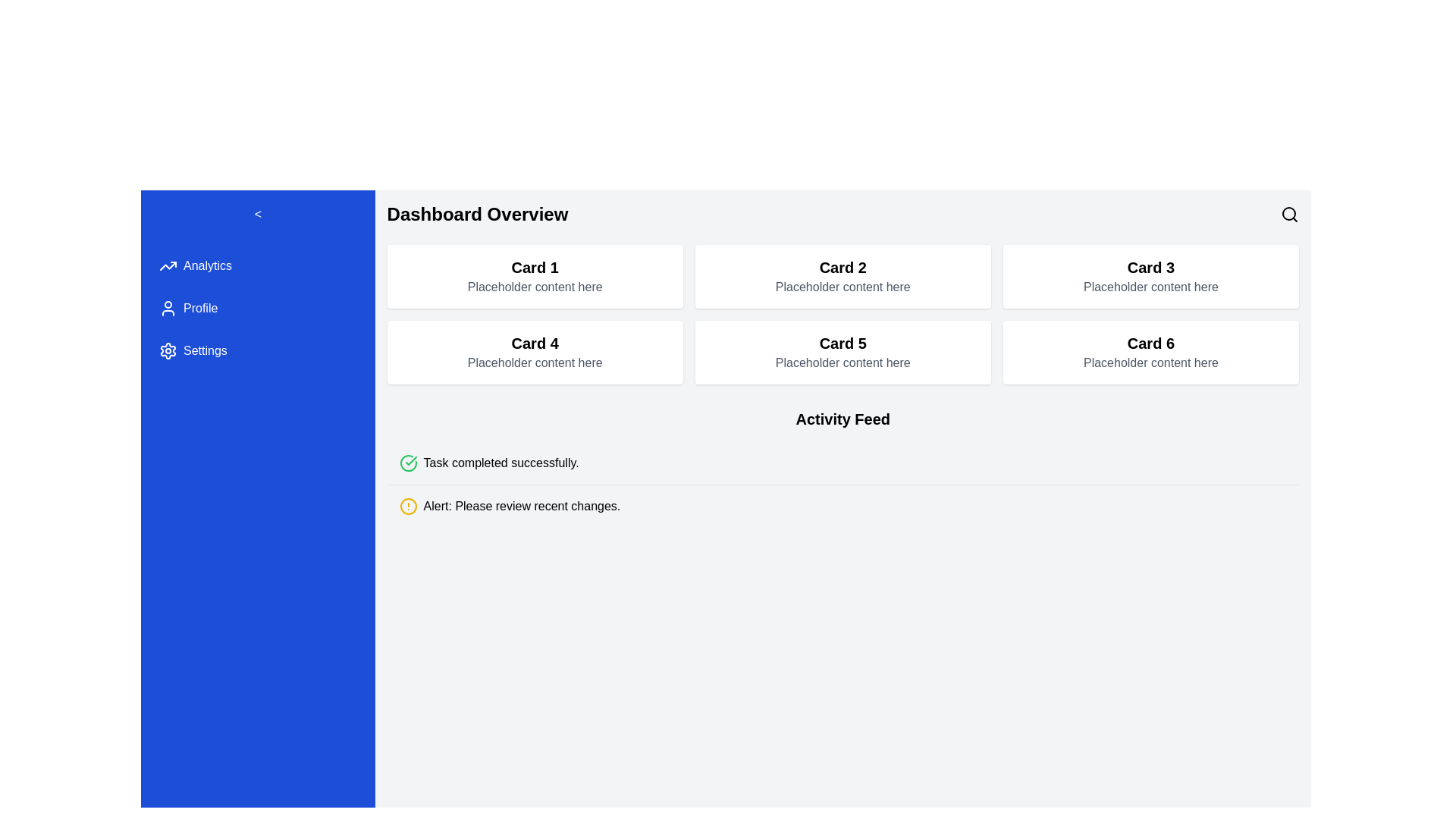 The height and width of the screenshot is (819, 1456). What do you see at coordinates (168, 265) in the screenshot?
I see `the upward arrow icon in the side navigation bar, which is part of the SVG icon representing an upward trend, located to the left of the 'Analytics' label` at bounding box center [168, 265].